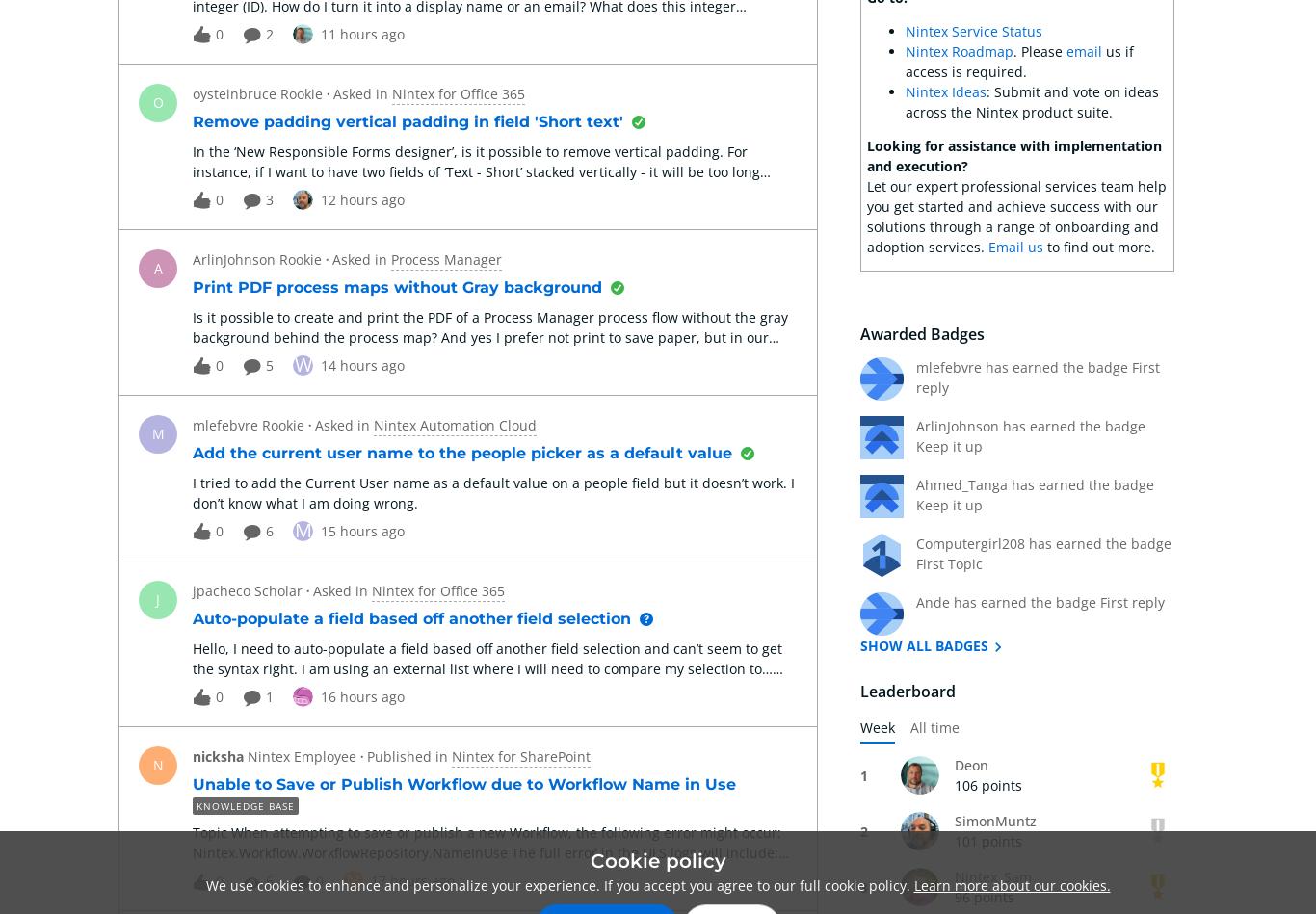  I want to click on '5', so click(270, 364).